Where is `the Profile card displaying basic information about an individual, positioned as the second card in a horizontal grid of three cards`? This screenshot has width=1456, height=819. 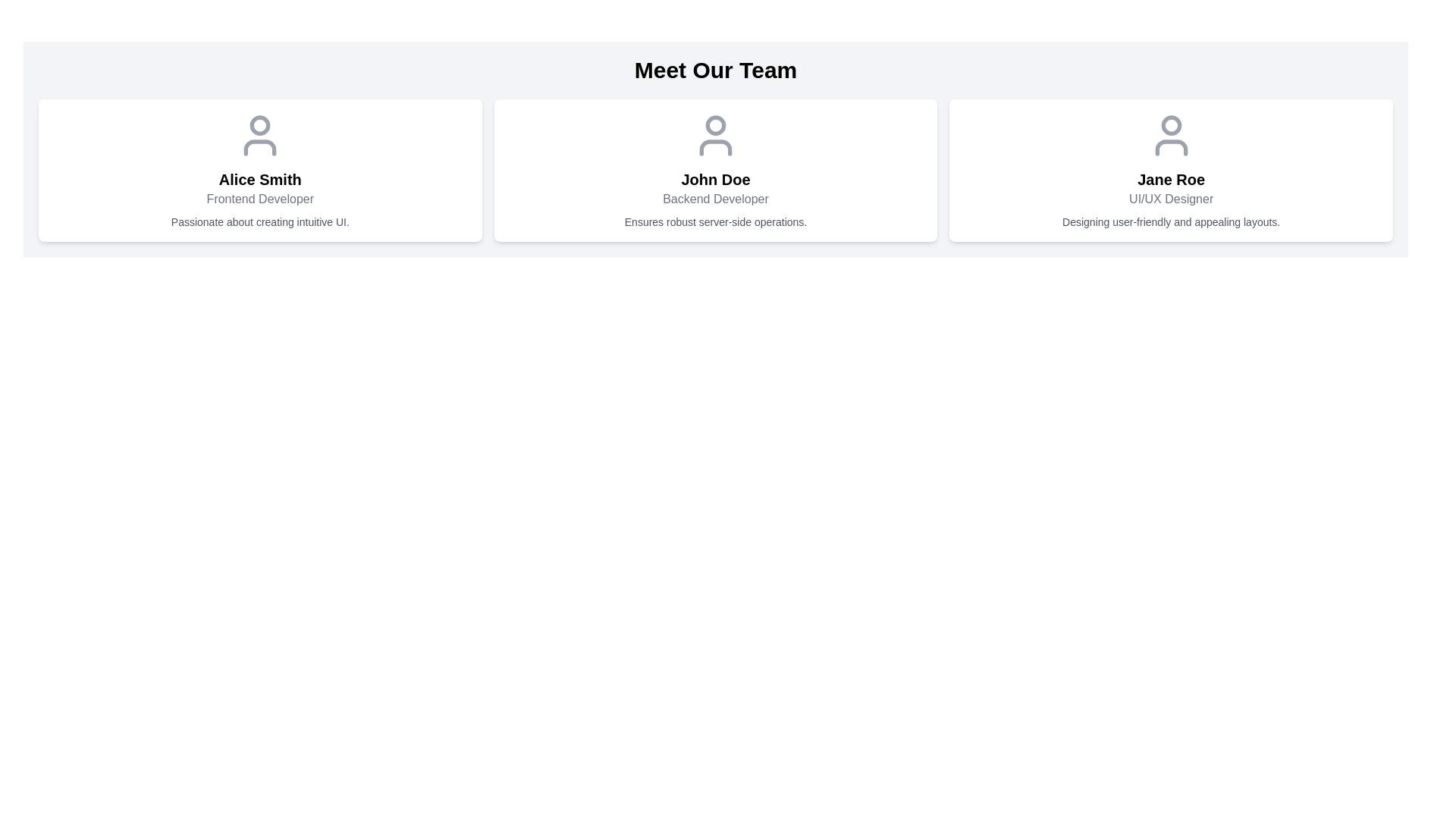 the Profile card displaying basic information about an individual, positioned as the second card in a horizontal grid of three cards is located at coordinates (715, 170).